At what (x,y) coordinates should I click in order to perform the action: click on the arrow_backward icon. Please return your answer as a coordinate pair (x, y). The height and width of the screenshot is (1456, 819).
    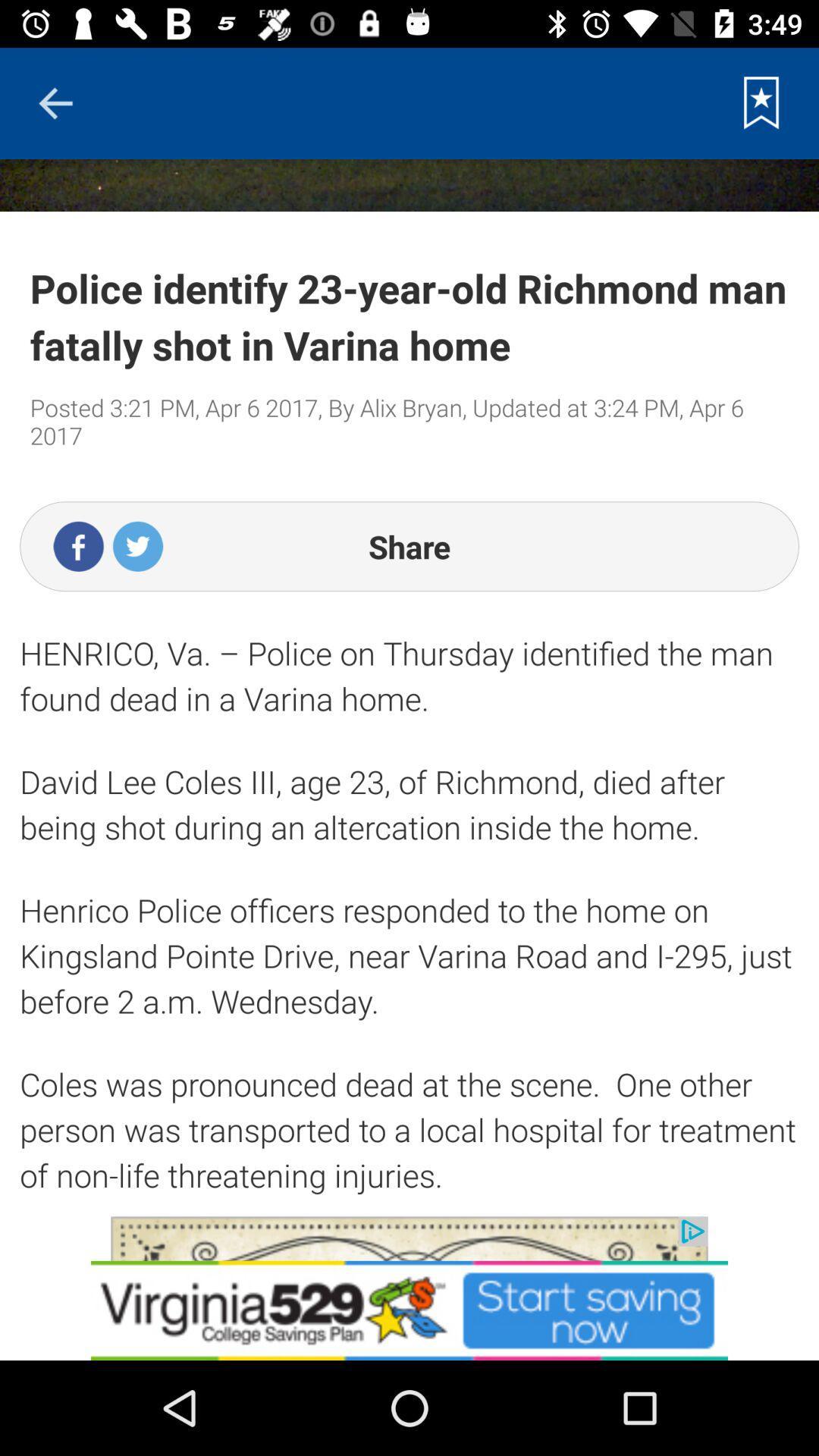
    Looking at the image, I should click on (55, 102).